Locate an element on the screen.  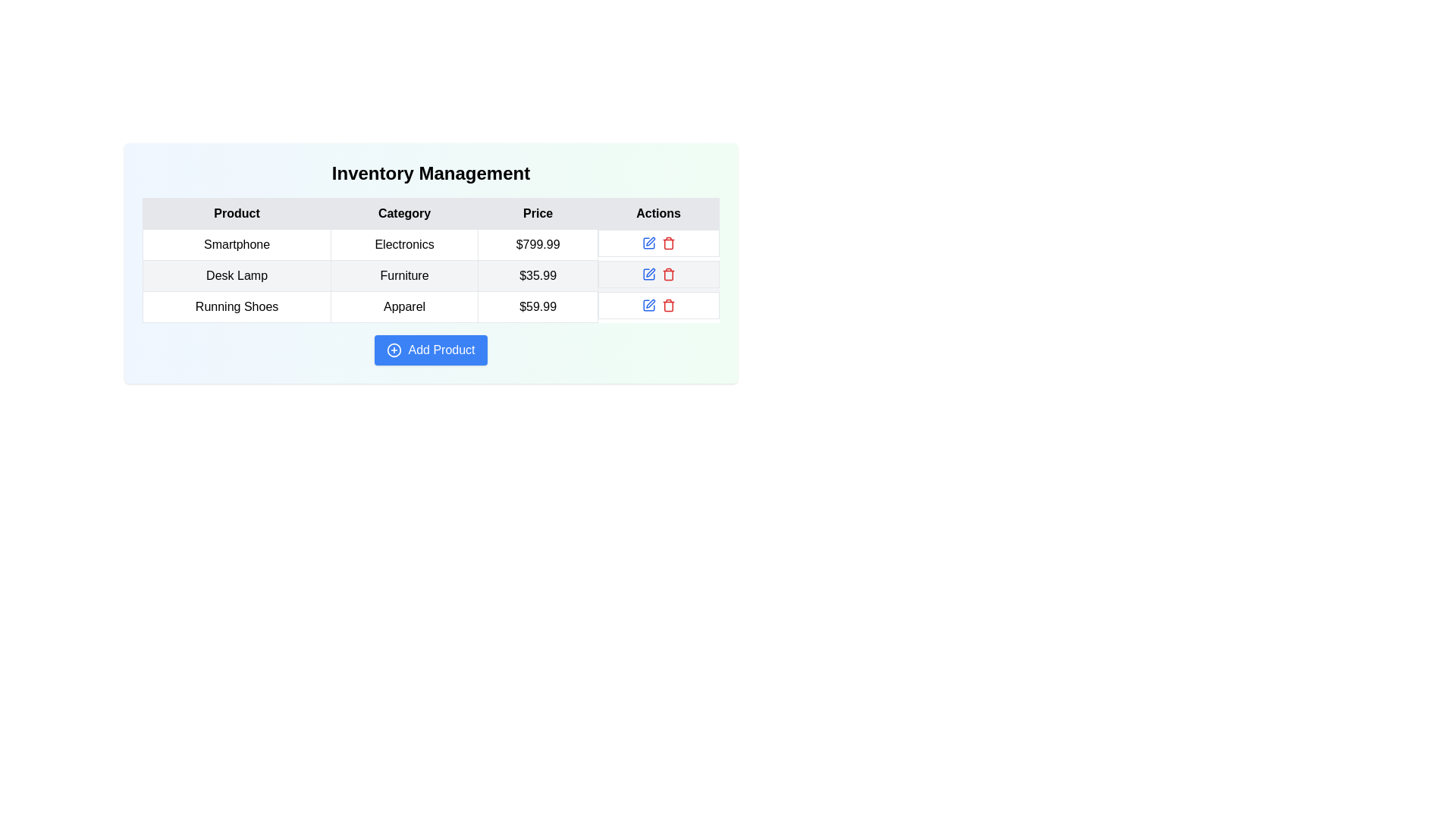
'Category' header label, which is the second item in the table header row, centered in the second column and styled with a bold font against a light gray background is located at coordinates (404, 213).